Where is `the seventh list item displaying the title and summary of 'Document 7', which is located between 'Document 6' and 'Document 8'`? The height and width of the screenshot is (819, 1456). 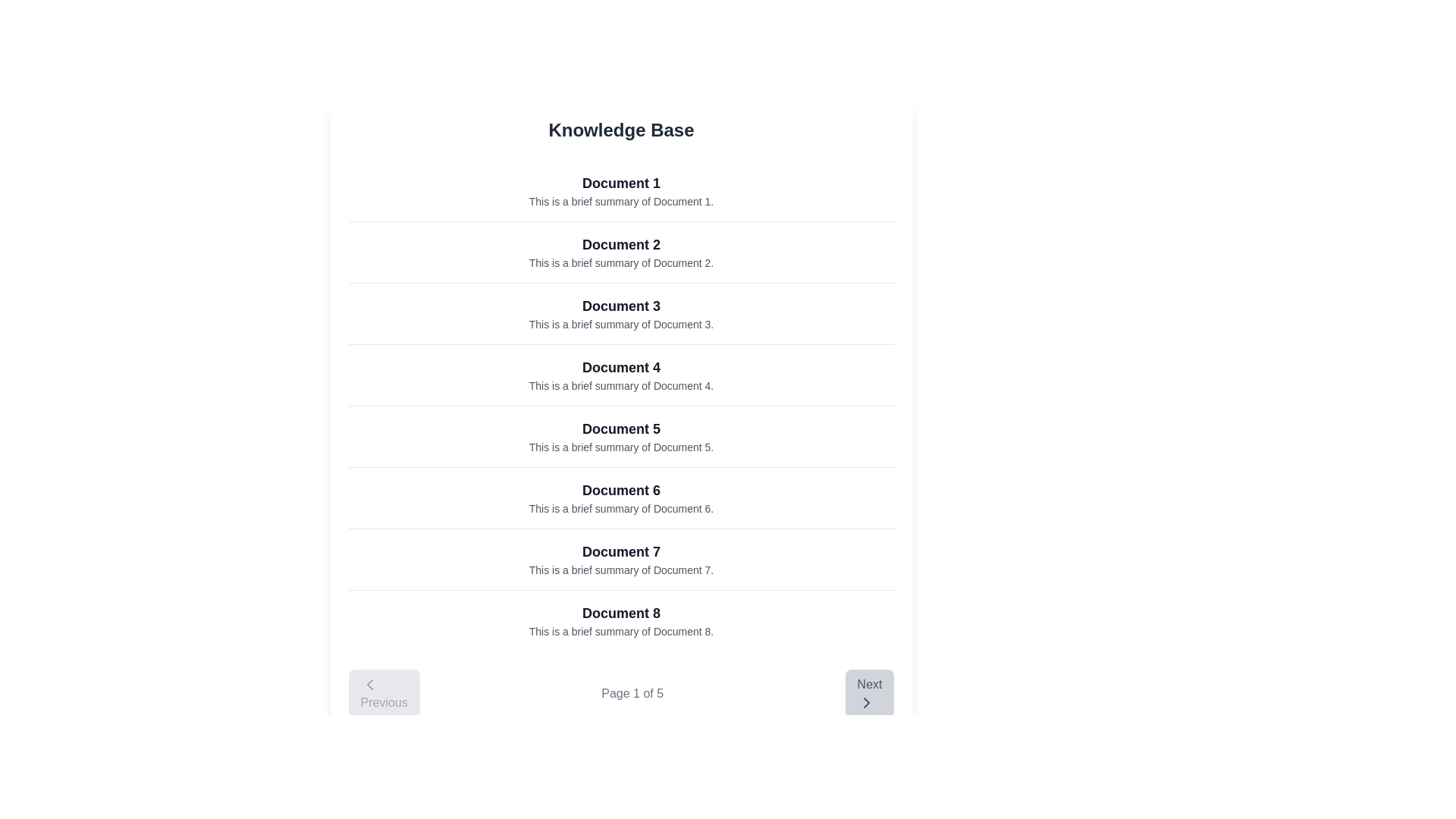 the seventh list item displaying the title and summary of 'Document 7', which is located between 'Document 6' and 'Document 8' is located at coordinates (621, 559).